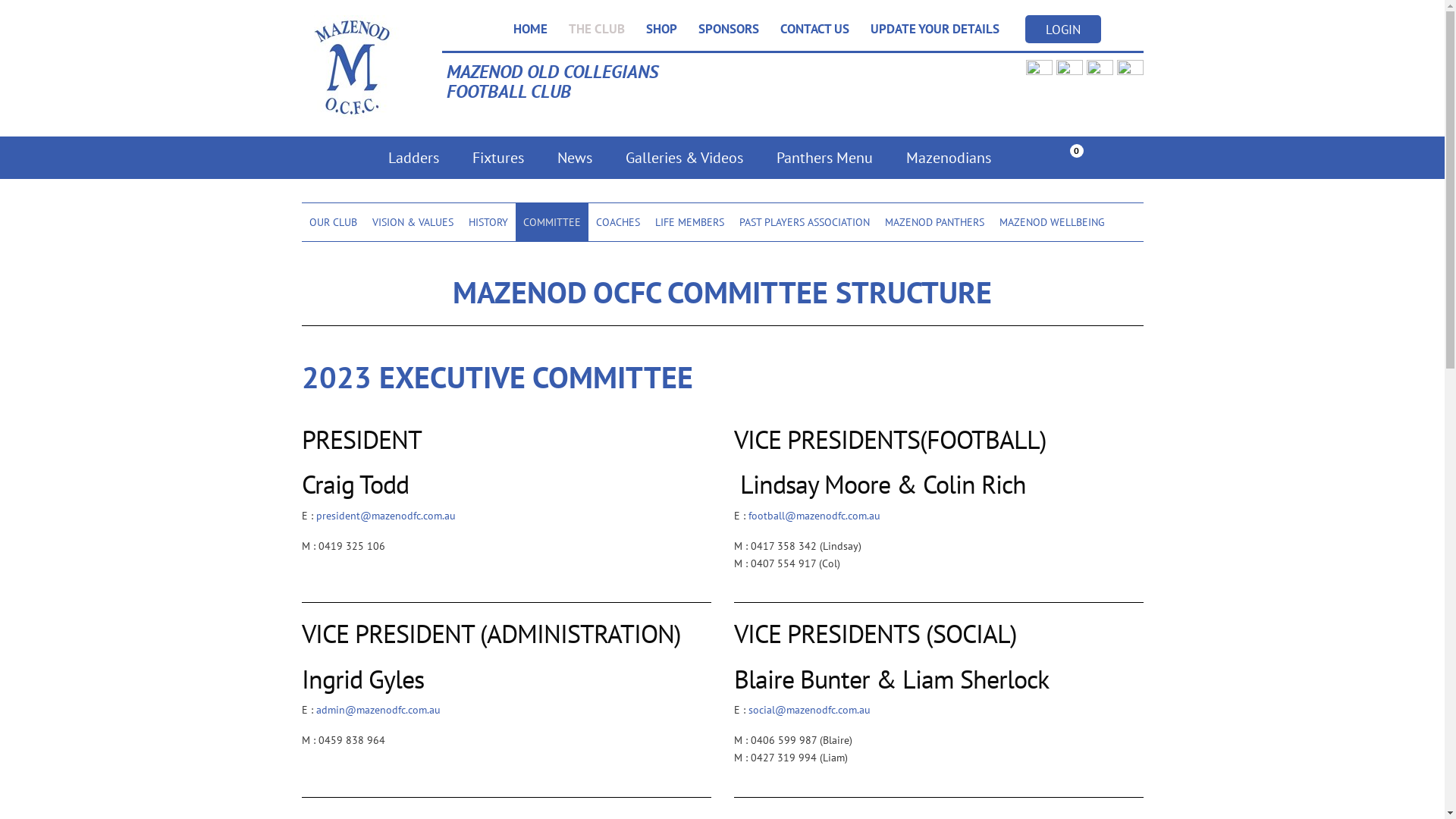  What do you see at coordinates (808, 710) in the screenshot?
I see `'social@mazenodfc.com.au'` at bounding box center [808, 710].